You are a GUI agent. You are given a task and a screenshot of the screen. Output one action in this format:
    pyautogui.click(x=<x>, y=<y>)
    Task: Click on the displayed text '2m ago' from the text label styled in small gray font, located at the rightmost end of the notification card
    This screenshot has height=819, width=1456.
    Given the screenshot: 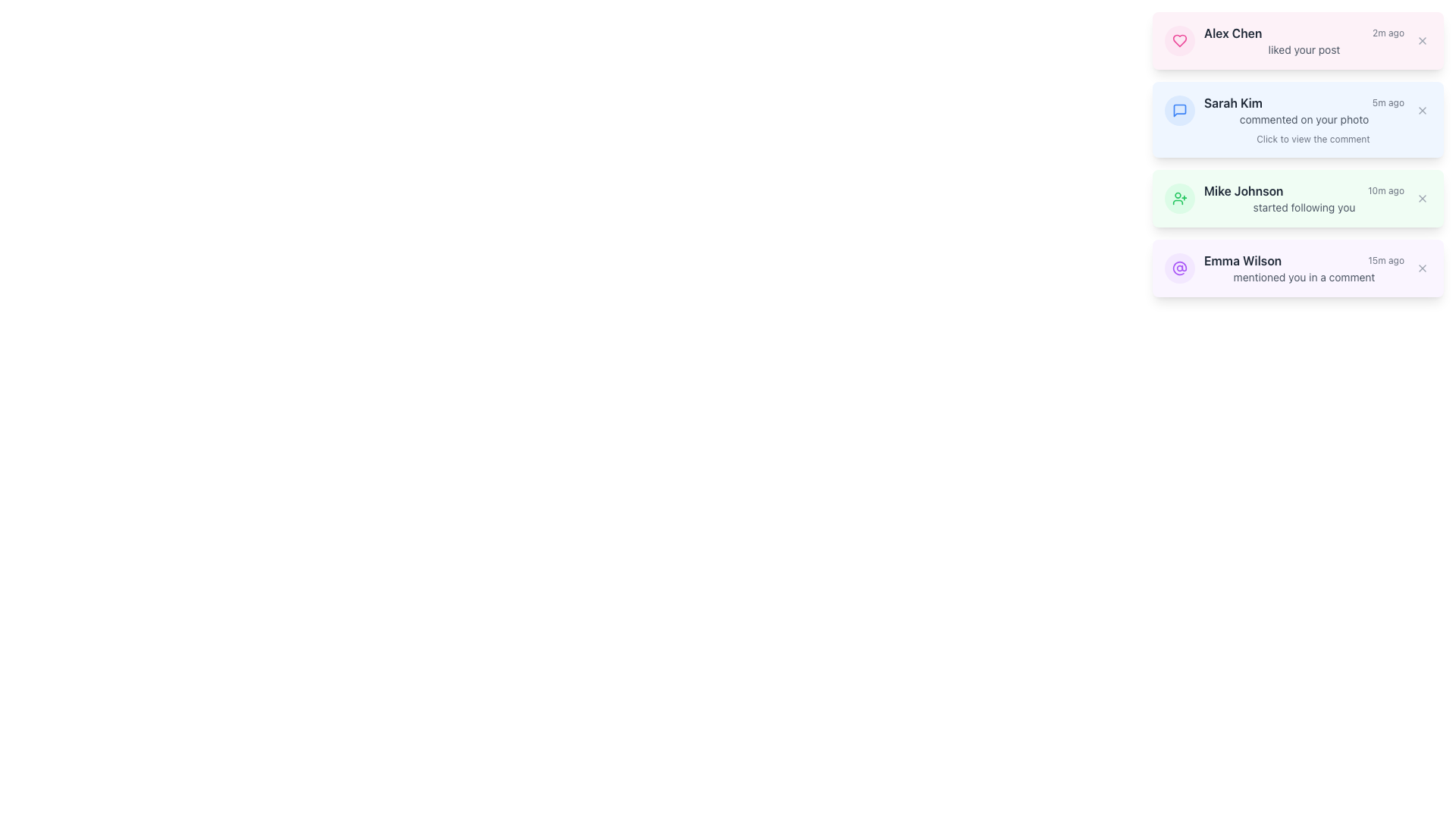 What is the action you would take?
    pyautogui.click(x=1388, y=33)
    